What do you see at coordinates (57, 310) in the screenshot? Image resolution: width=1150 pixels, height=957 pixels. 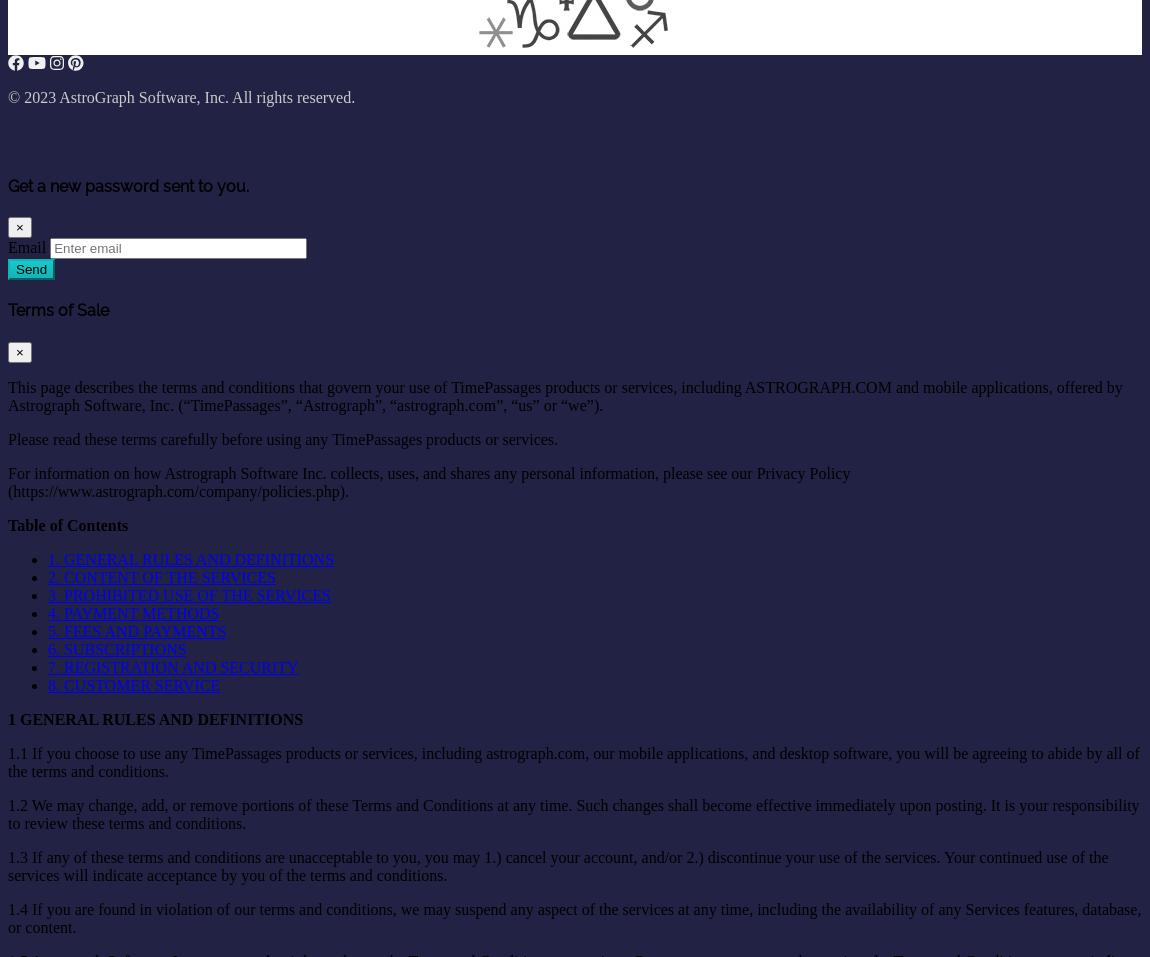 I see `'Terms of Sale'` at bounding box center [57, 310].